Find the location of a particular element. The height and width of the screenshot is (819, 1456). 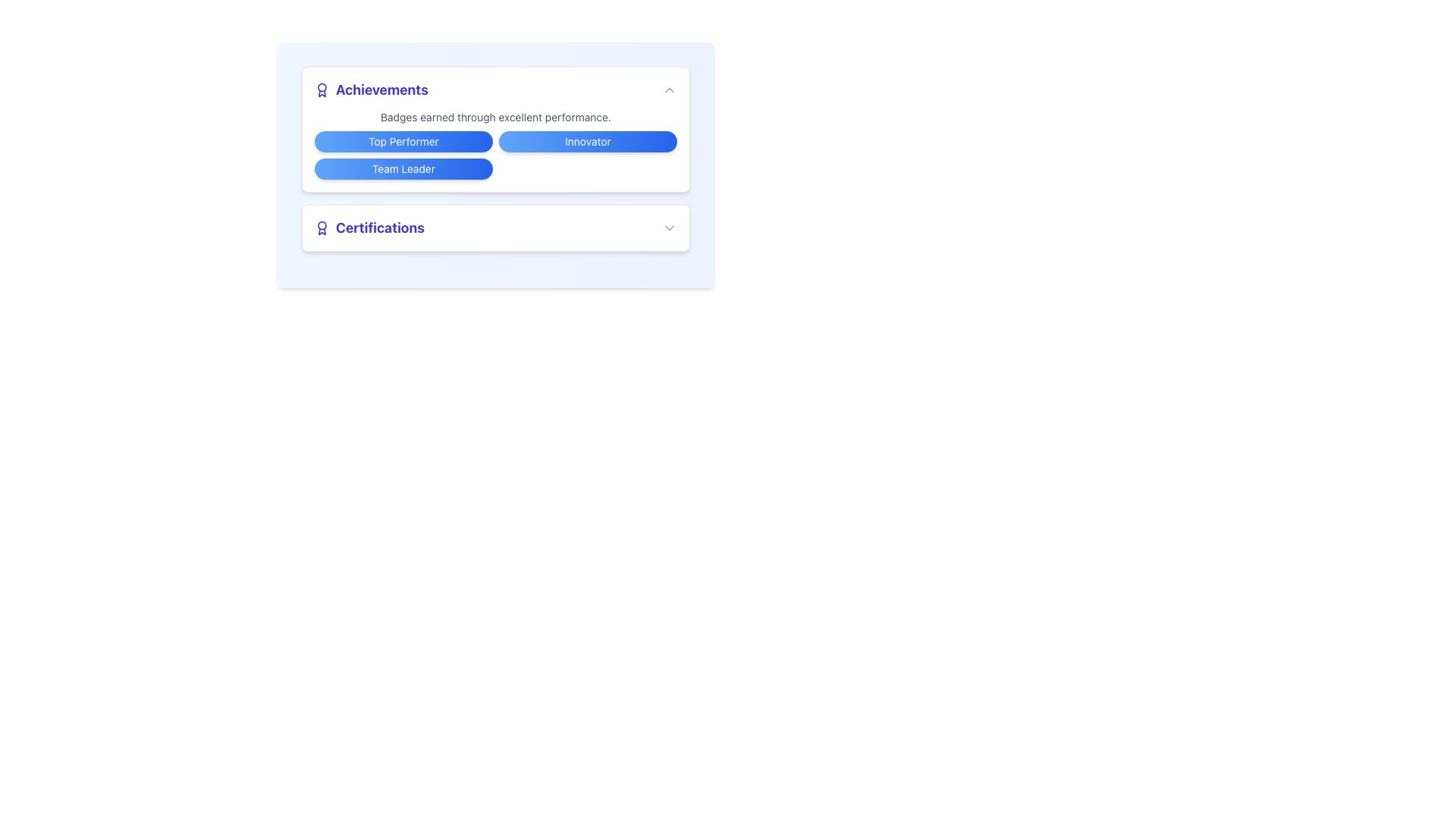

the 'Innovator' badge label located in the 'Achievements' section, positioned to the right of 'Top Performer' and above 'Team Leader' is located at coordinates (587, 141).